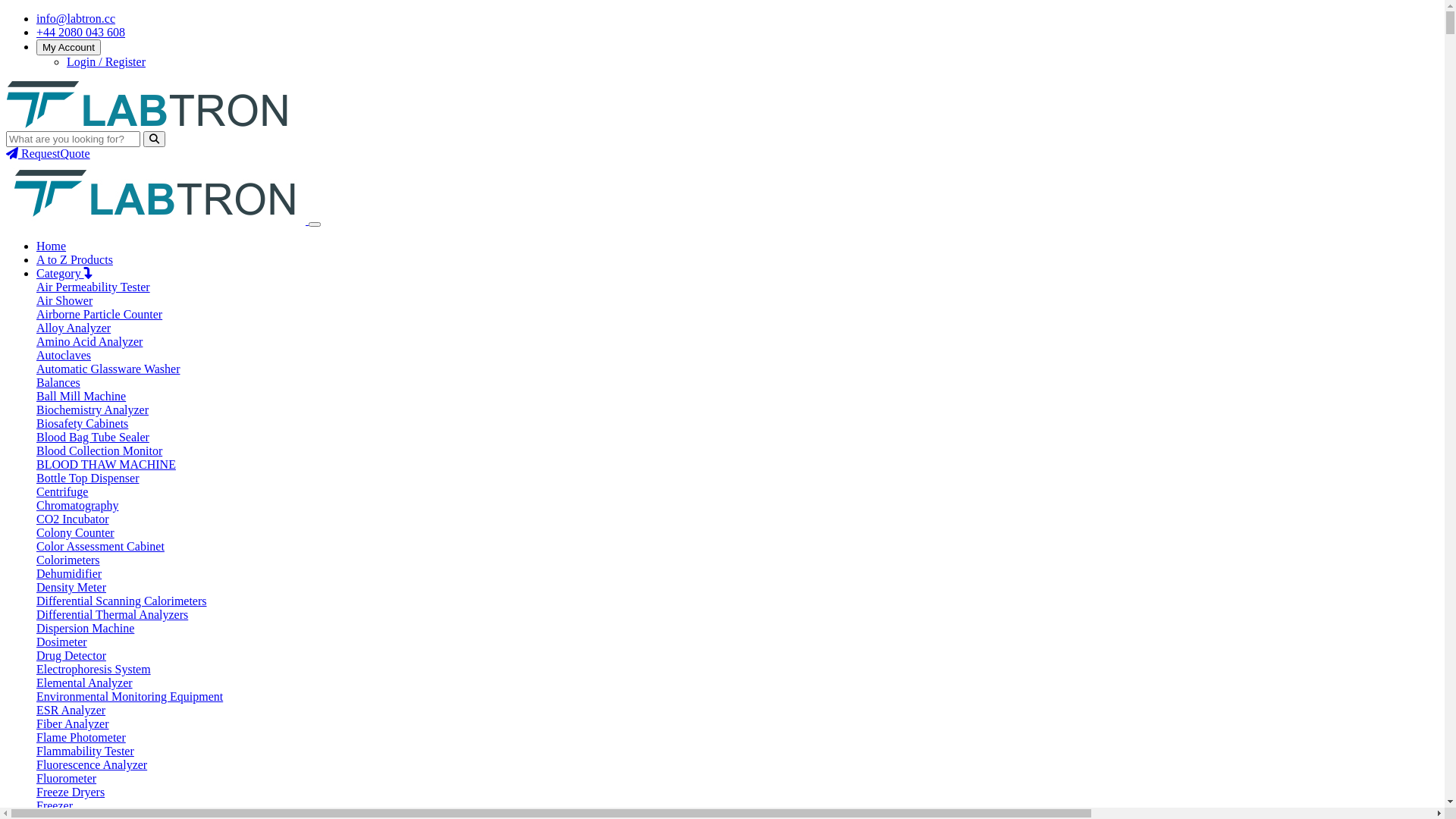 This screenshot has height=819, width=1456. Describe the element at coordinates (93, 287) in the screenshot. I see `'Air Permeability Tester'` at that location.